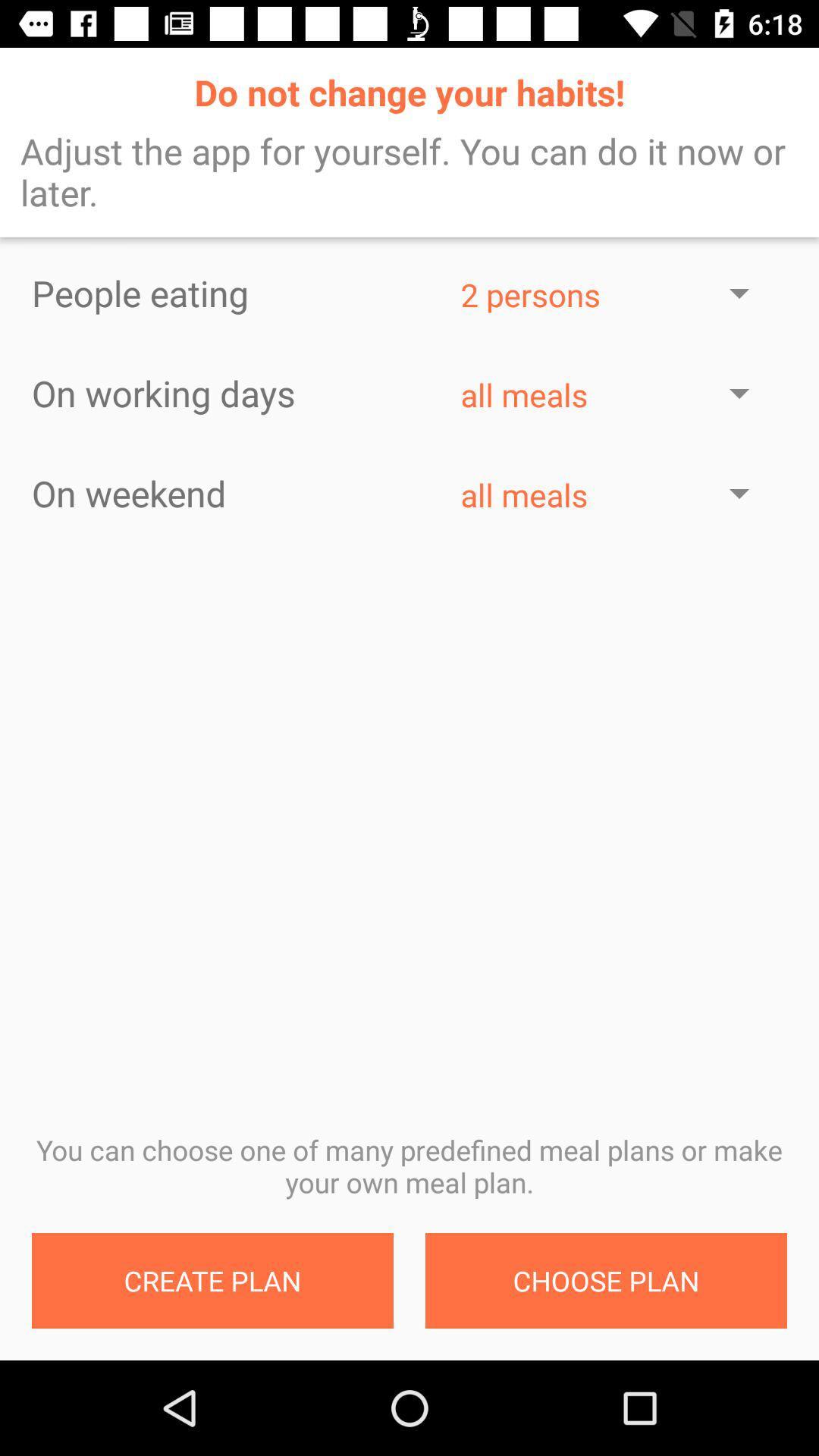 This screenshot has height=1456, width=819. Describe the element at coordinates (212, 1280) in the screenshot. I see `item below the you can choose` at that location.